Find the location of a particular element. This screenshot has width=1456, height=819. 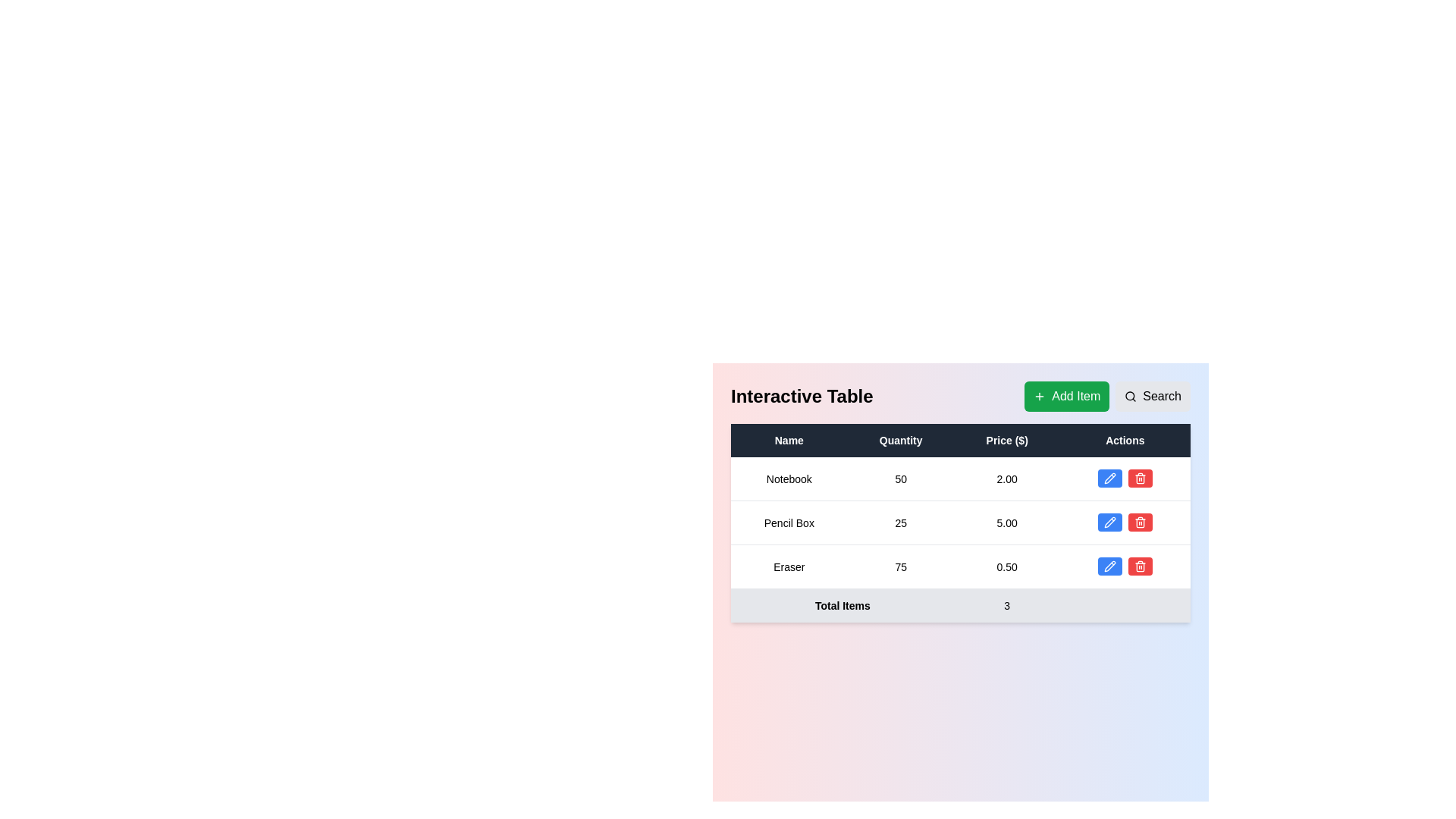

the 'Notebook' text label in the table cell under the 'Name' column, which is centrally aligned and positioned in the first row of the table is located at coordinates (789, 479).